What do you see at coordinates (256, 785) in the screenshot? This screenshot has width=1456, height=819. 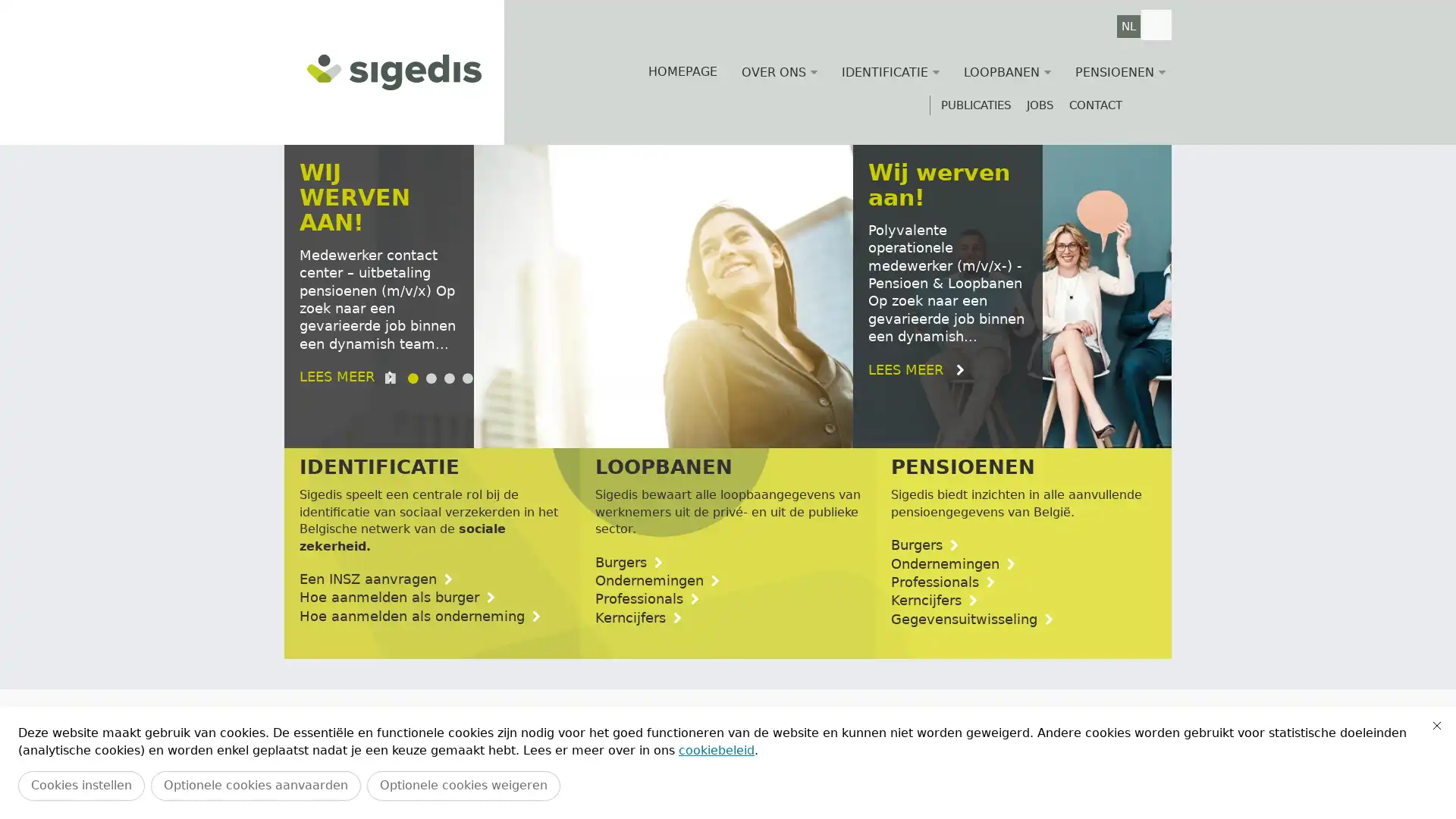 I see `Optionele cookies aanvaarden` at bounding box center [256, 785].